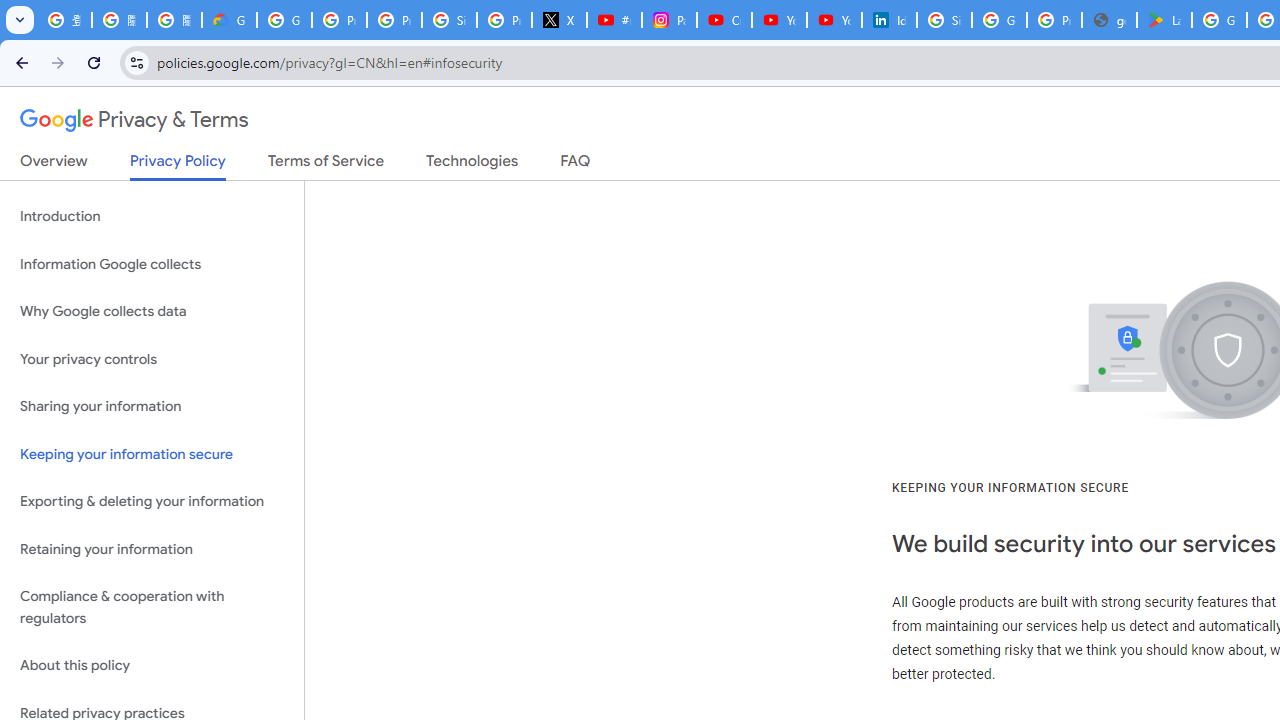 This screenshot has width=1280, height=720. I want to click on 'YouTube Culture & Trends - YouTube Top 10, 2021', so click(833, 20).